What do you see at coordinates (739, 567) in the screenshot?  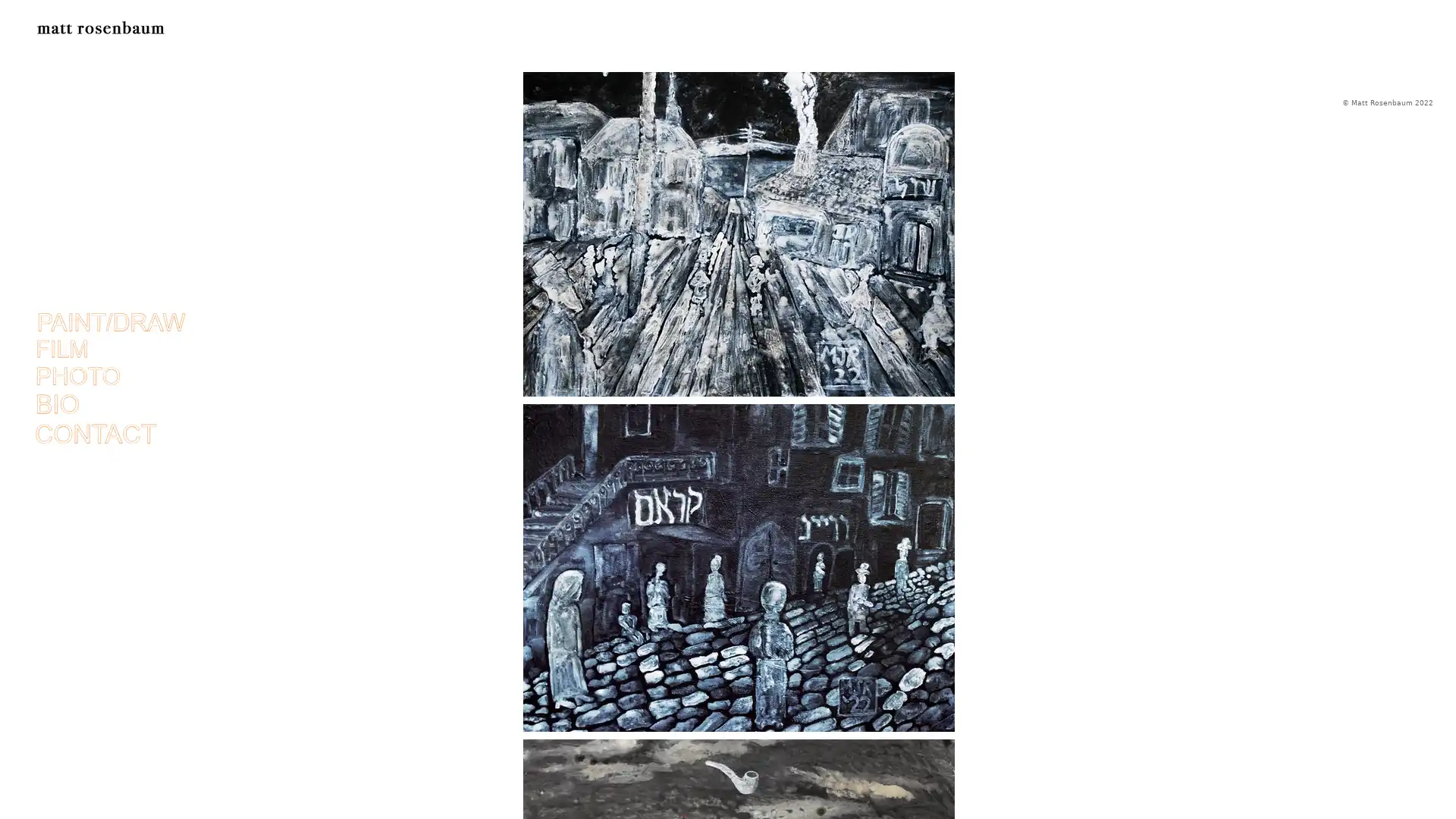 I see `ghosts of vilna II.jpg` at bounding box center [739, 567].